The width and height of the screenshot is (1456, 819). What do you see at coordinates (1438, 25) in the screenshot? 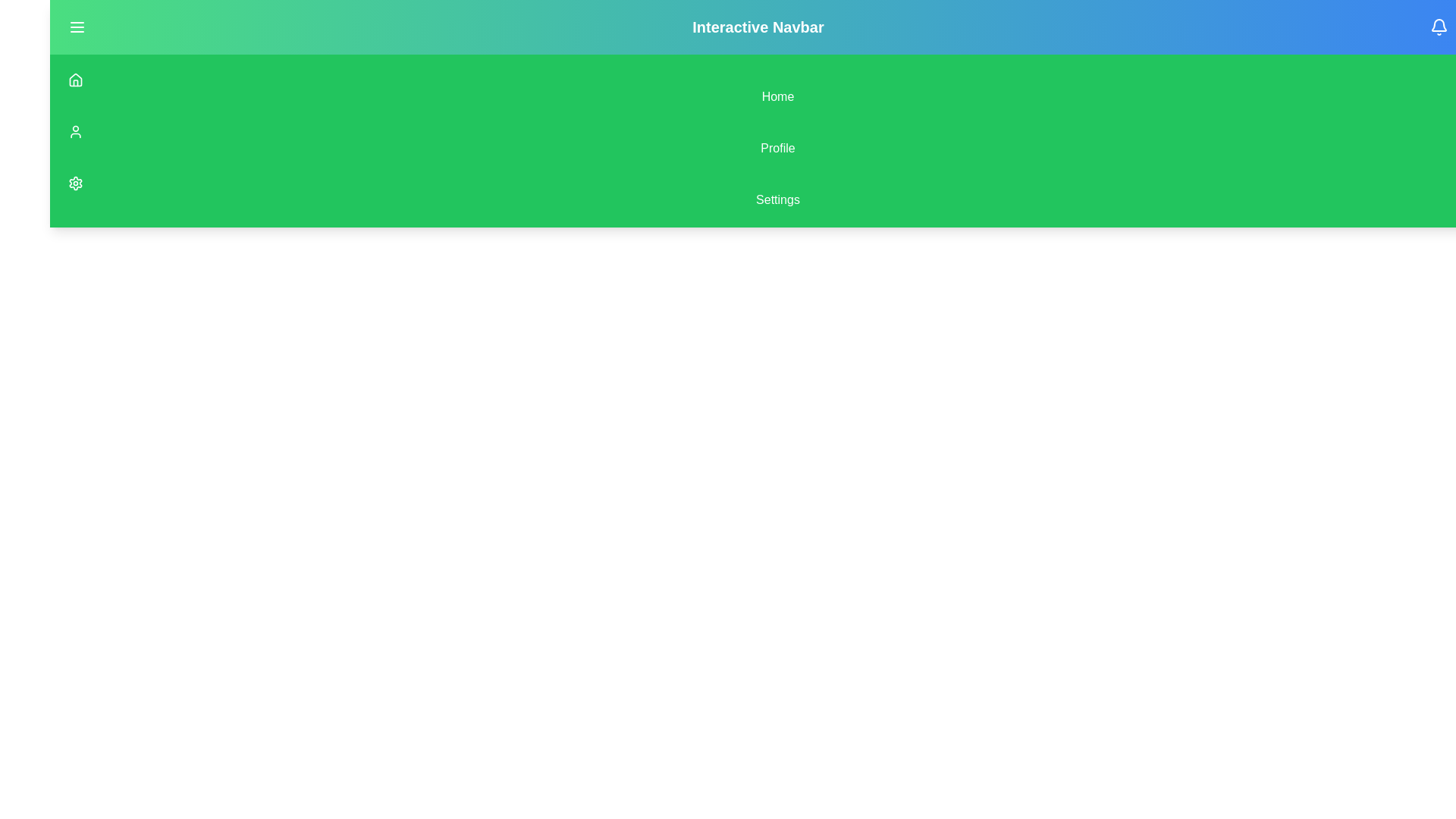
I see `the notification icon represented by a bell shape located at the top-right corner of the interface` at bounding box center [1438, 25].